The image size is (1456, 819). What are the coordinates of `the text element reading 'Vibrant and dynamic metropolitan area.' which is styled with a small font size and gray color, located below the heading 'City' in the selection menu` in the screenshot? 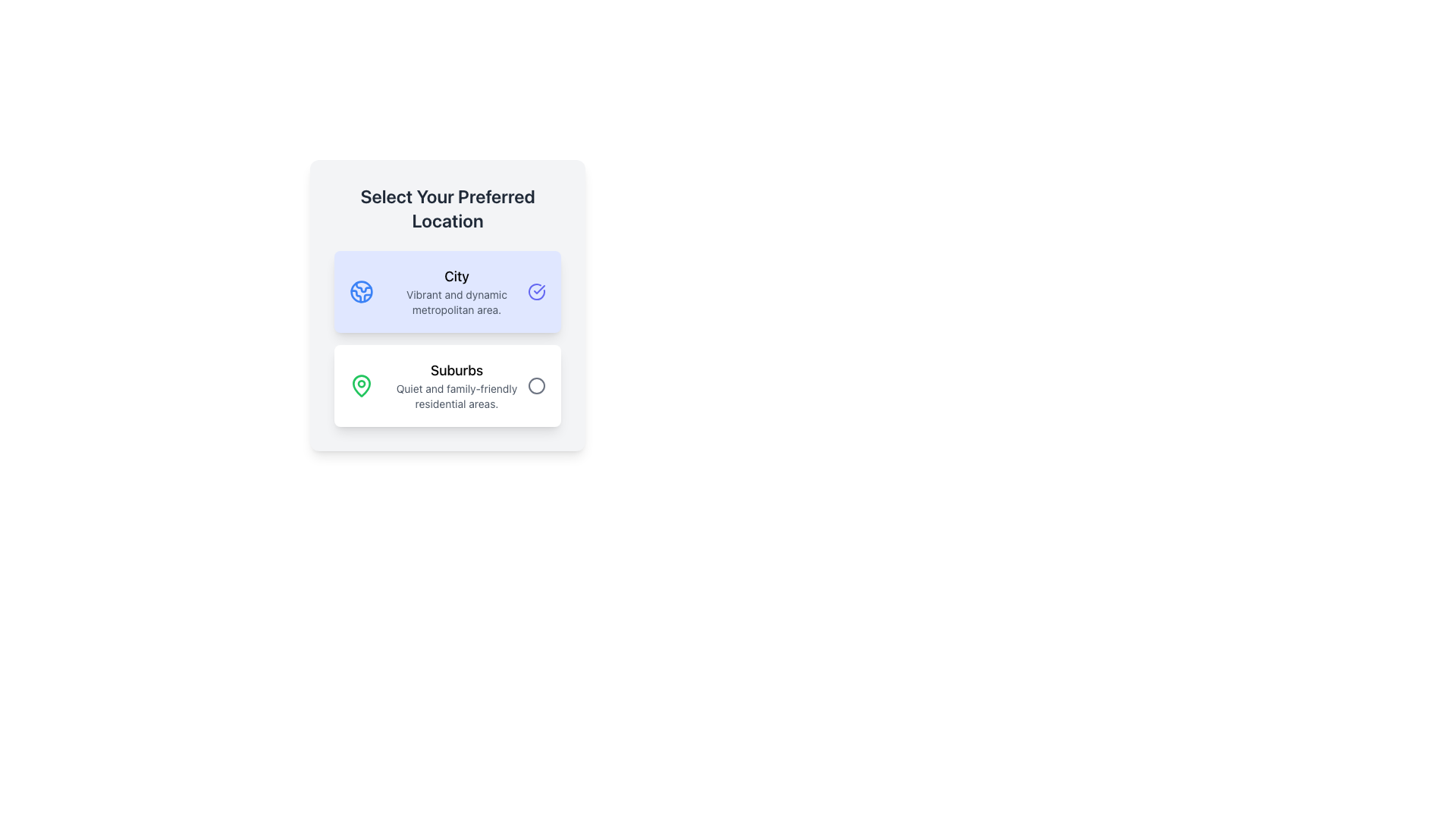 It's located at (456, 302).